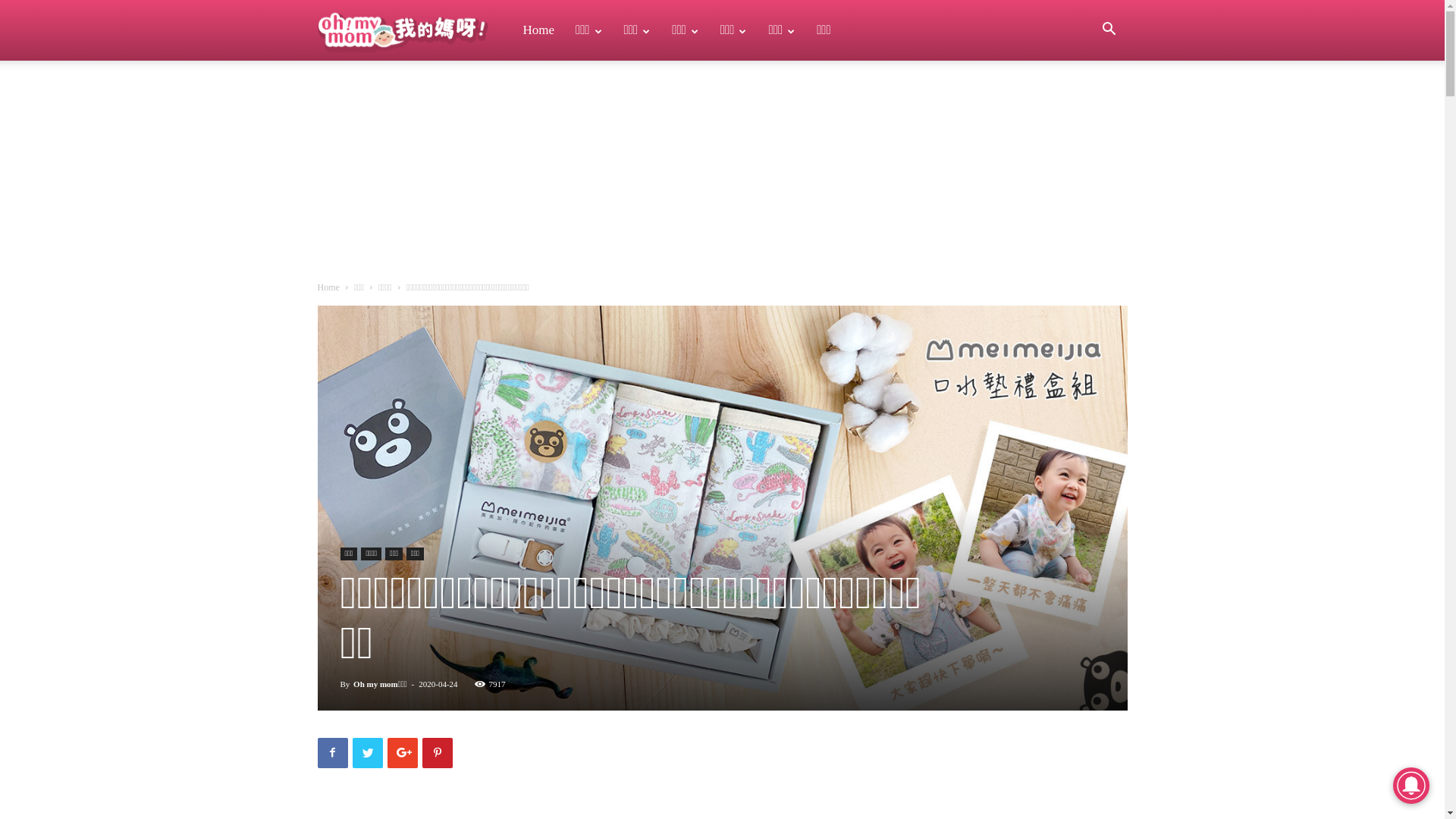 This screenshot has width=1456, height=819. Describe the element at coordinates (1086, 102) in the screenshot. I see `'Search'` at that location.